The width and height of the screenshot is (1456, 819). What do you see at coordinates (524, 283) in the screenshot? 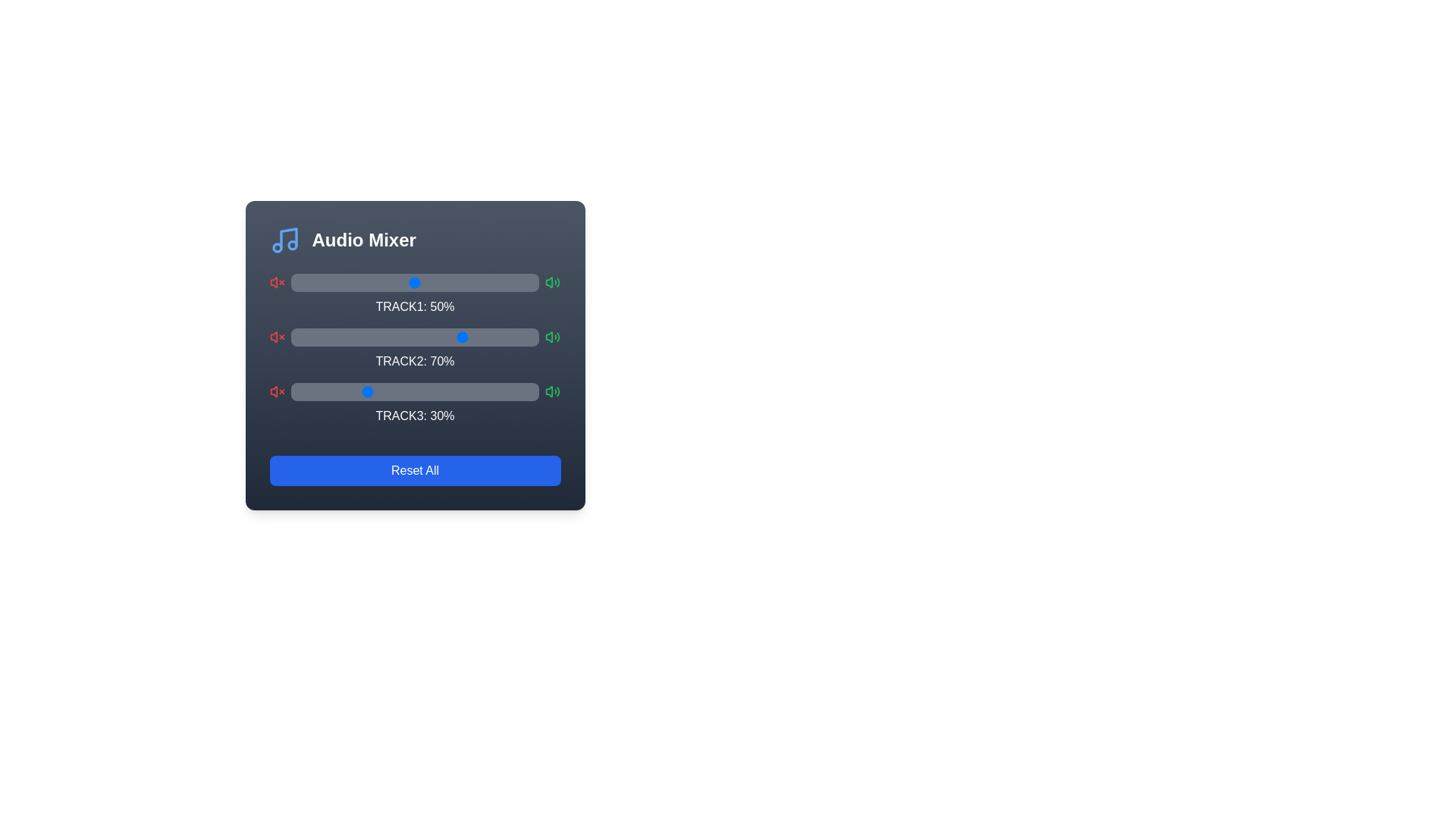
I see `the volume slider for Track 1 to 94%` at bounding box center [524, 283].